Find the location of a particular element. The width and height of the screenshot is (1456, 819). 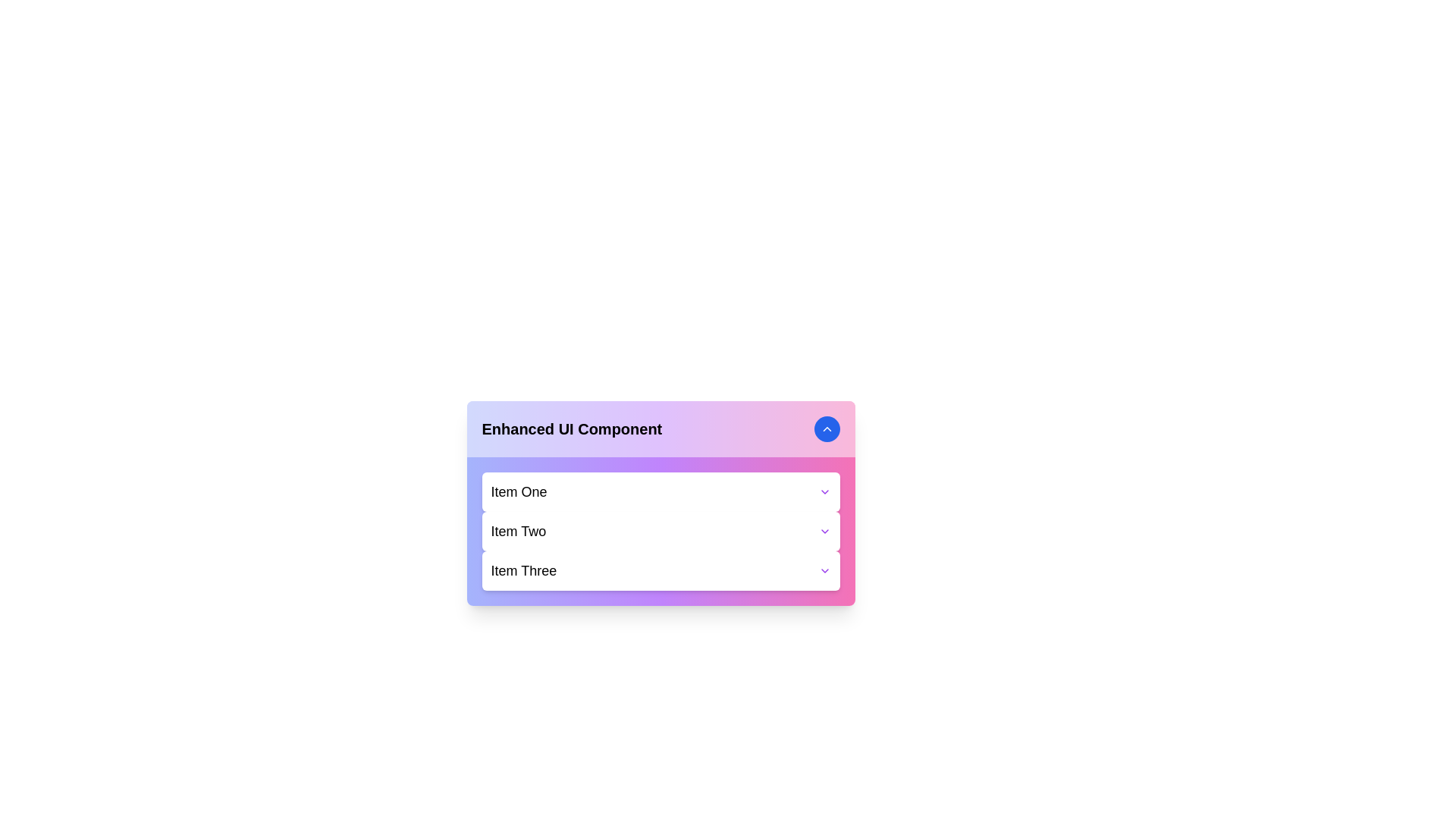

the 'Item Two' button, which is a rectangular button with rounded corners and a shadow effect, located inside the 'Enhanced UI Component' is located at coordinates (661, 531).